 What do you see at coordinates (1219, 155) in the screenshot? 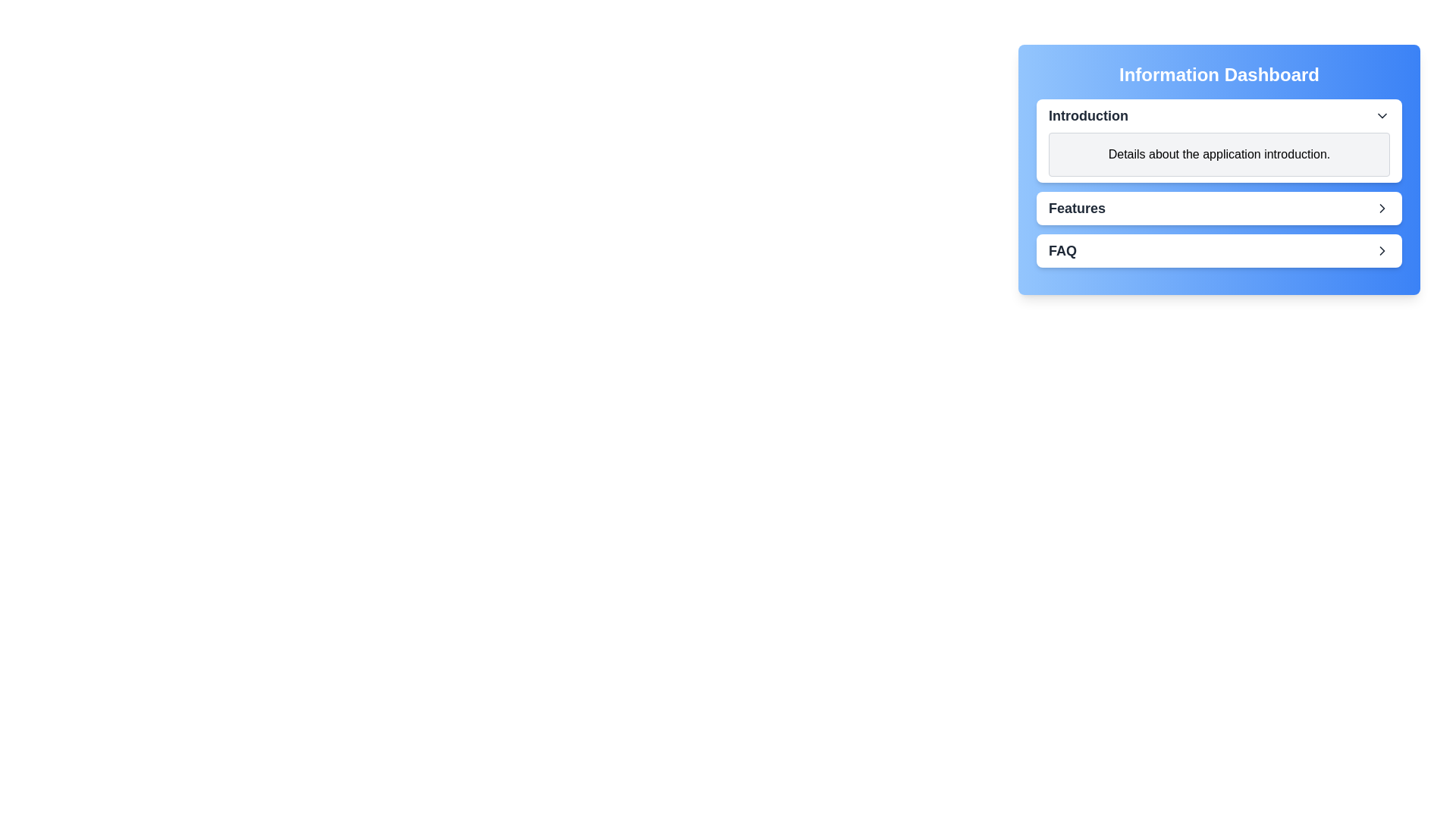
I see `the static informational text block that contains the text 'Details about the application introduction.' located below the title 'Introduction'` at bounding box center [1219, 155].